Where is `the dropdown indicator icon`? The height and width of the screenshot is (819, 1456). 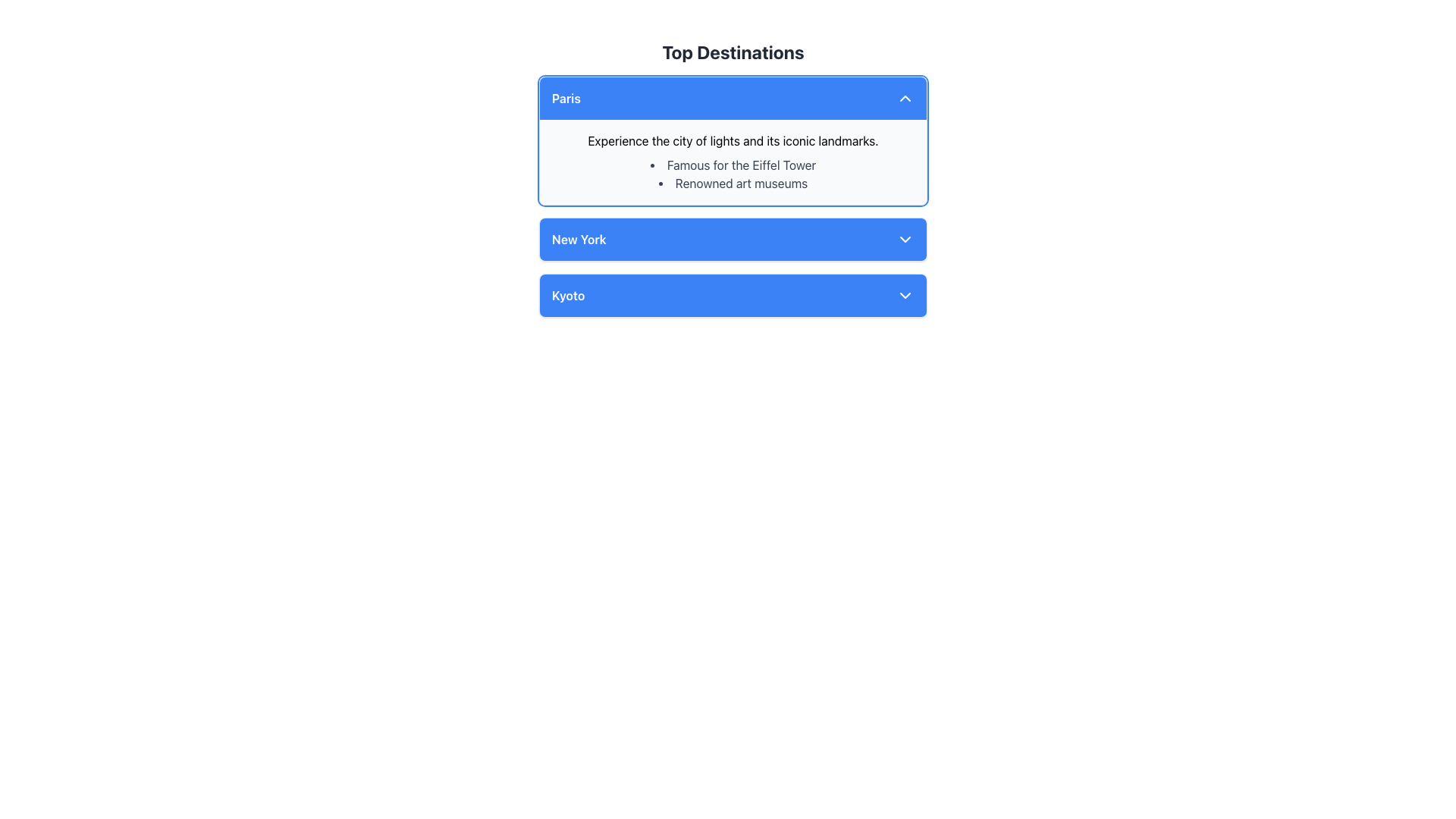 the dropdown indicator icon is located at coordinates (905, 239).